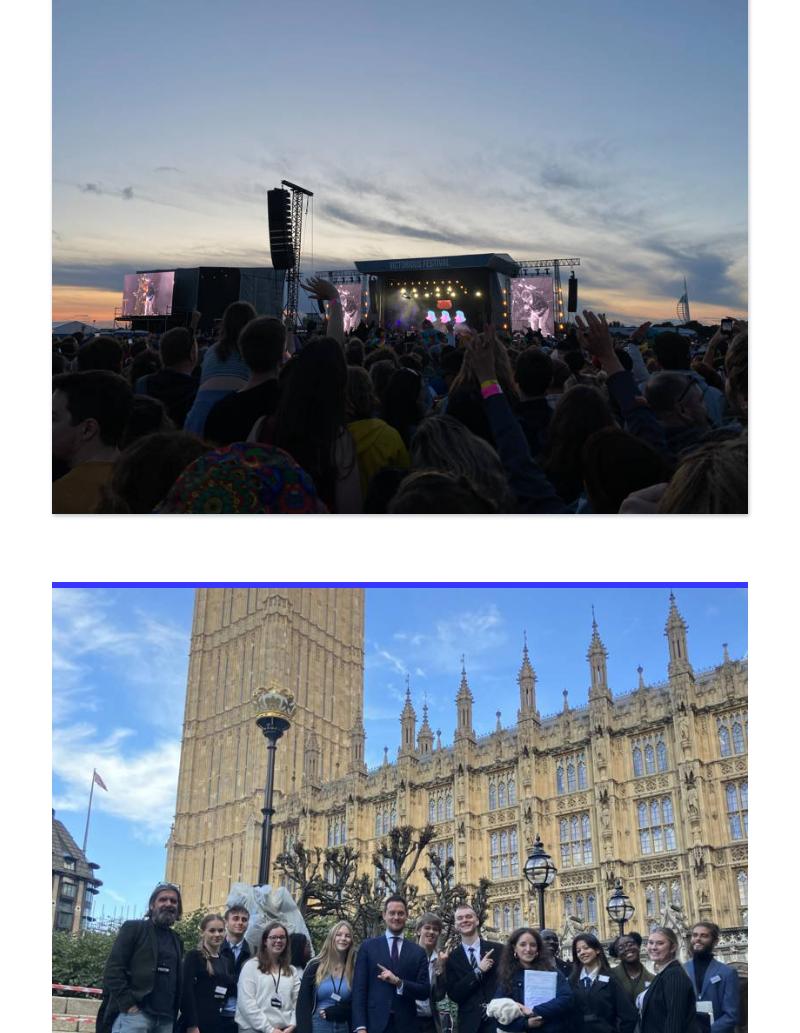 This screenshot has width=800, height=1033. I want to click on 'Sports Centre', so click(114, 286).